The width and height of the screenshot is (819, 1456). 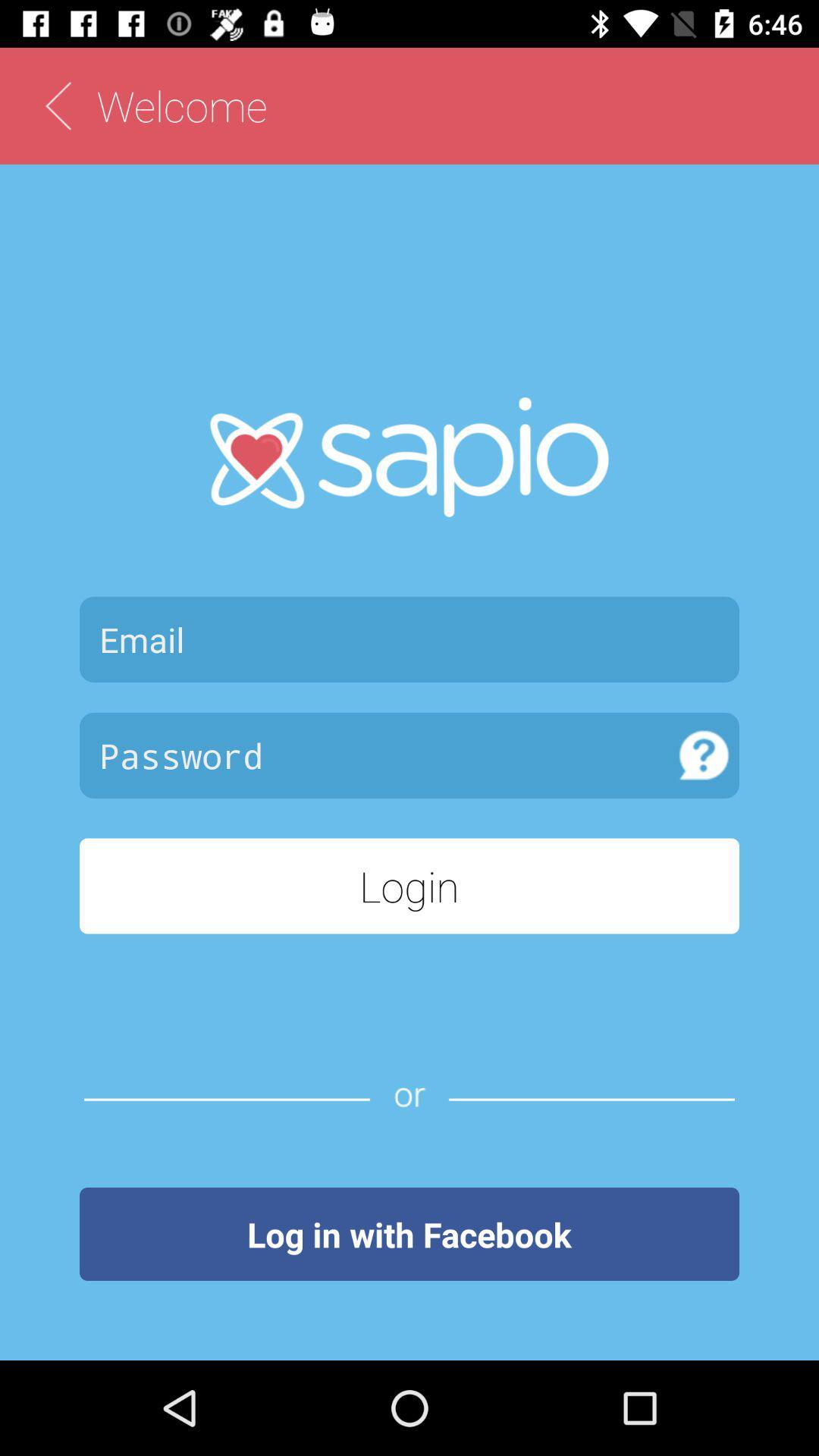 What do you see at coordinates (409, 639) in the screenshot?
I see `email address` at bounding box center [409, 639].